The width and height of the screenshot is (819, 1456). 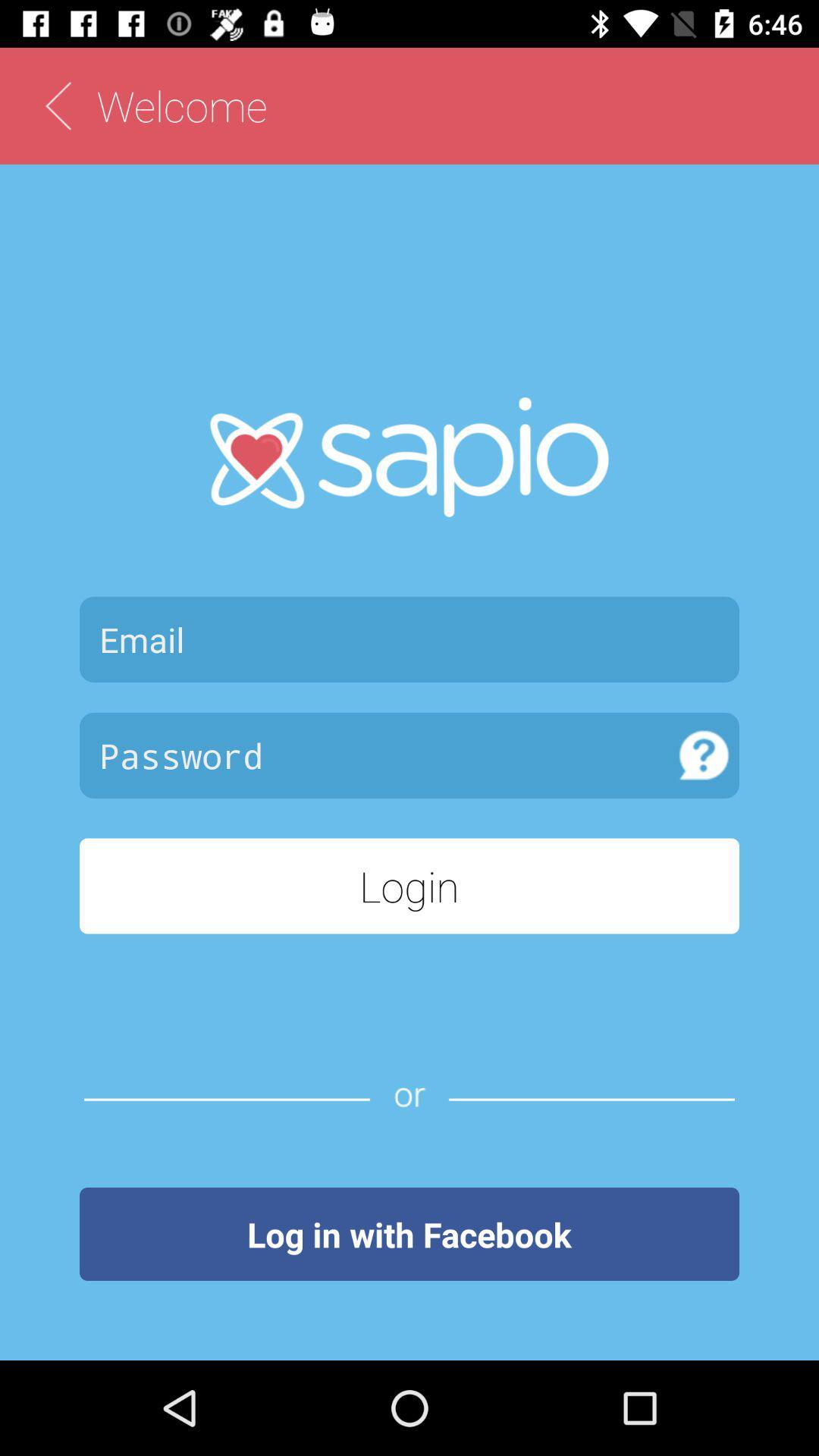 What do you see at coordinates (409, 639) in the screenshot?
I see `email address` at bounding box center [409, 639].